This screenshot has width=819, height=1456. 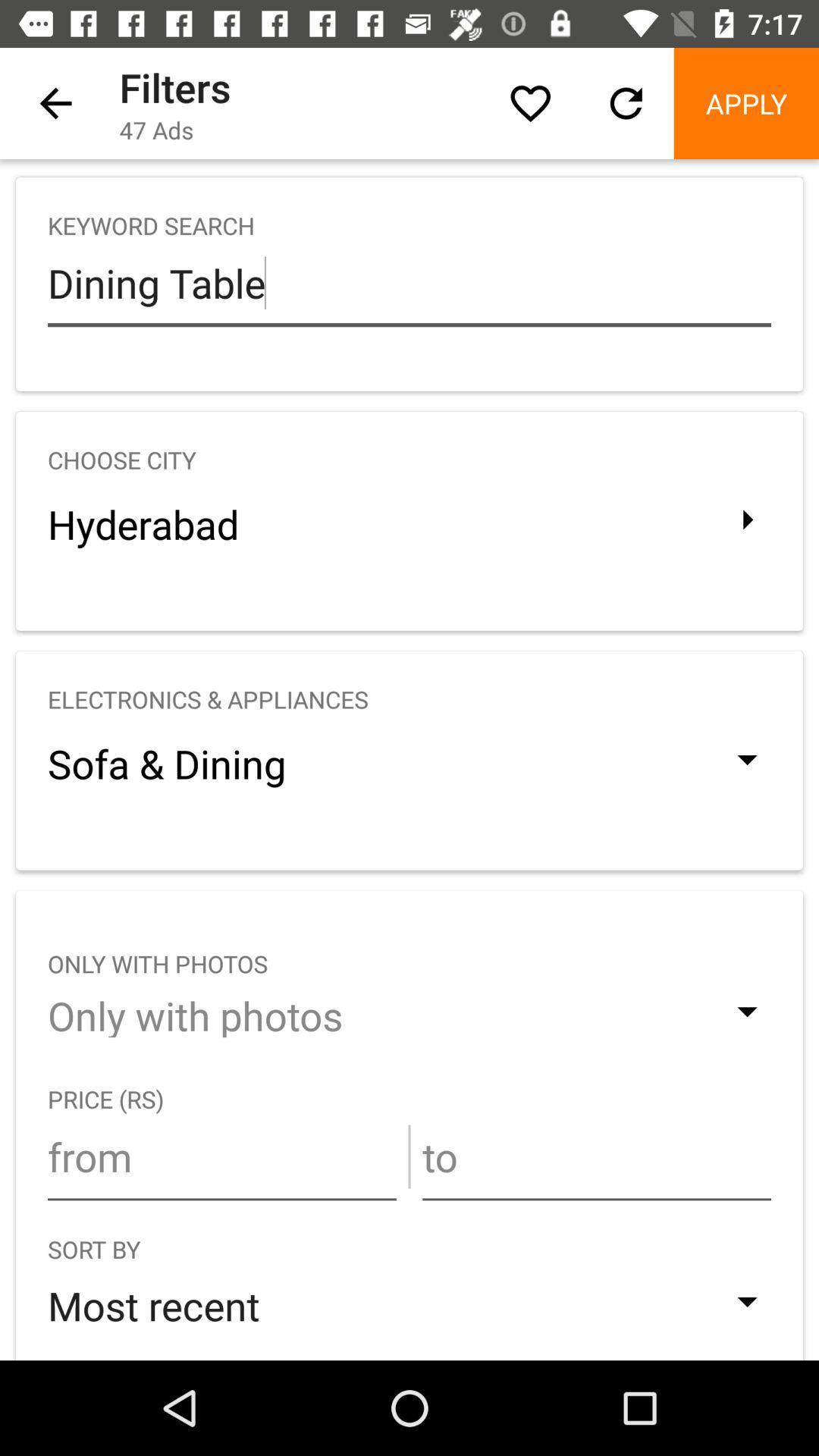 I want to click on app next to filters icon, so click(x=529, y=102).